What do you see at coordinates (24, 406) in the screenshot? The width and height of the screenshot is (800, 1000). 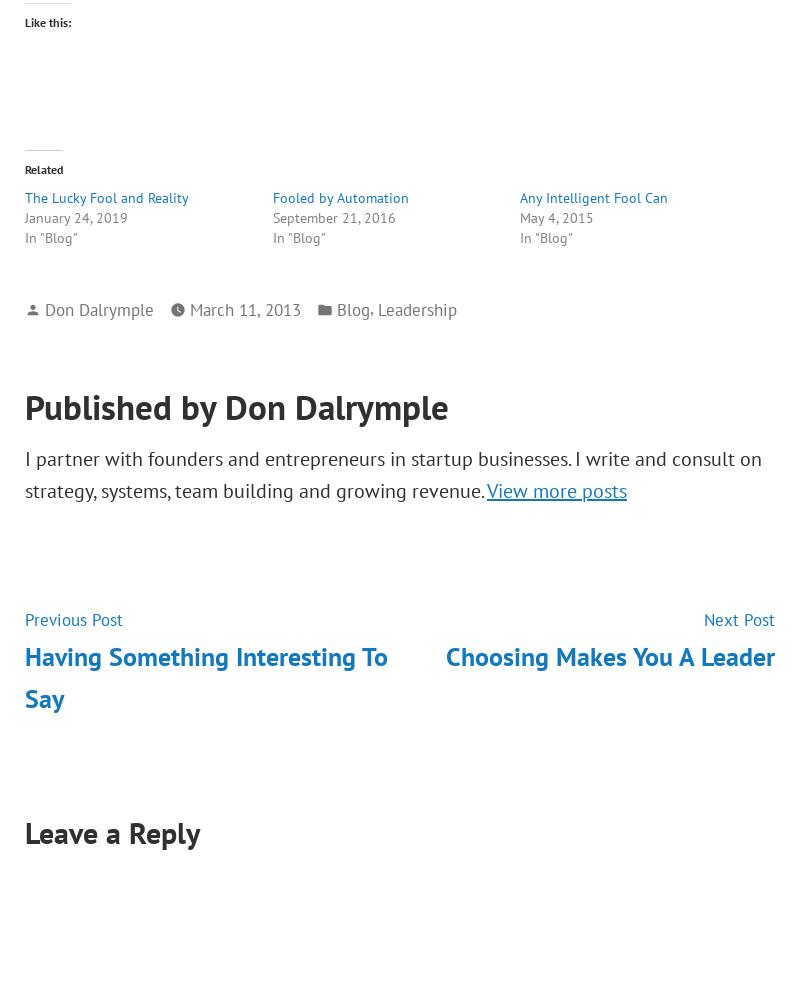 I see `'Published by Don Dalrymple'` at bounding box center [24, 406].